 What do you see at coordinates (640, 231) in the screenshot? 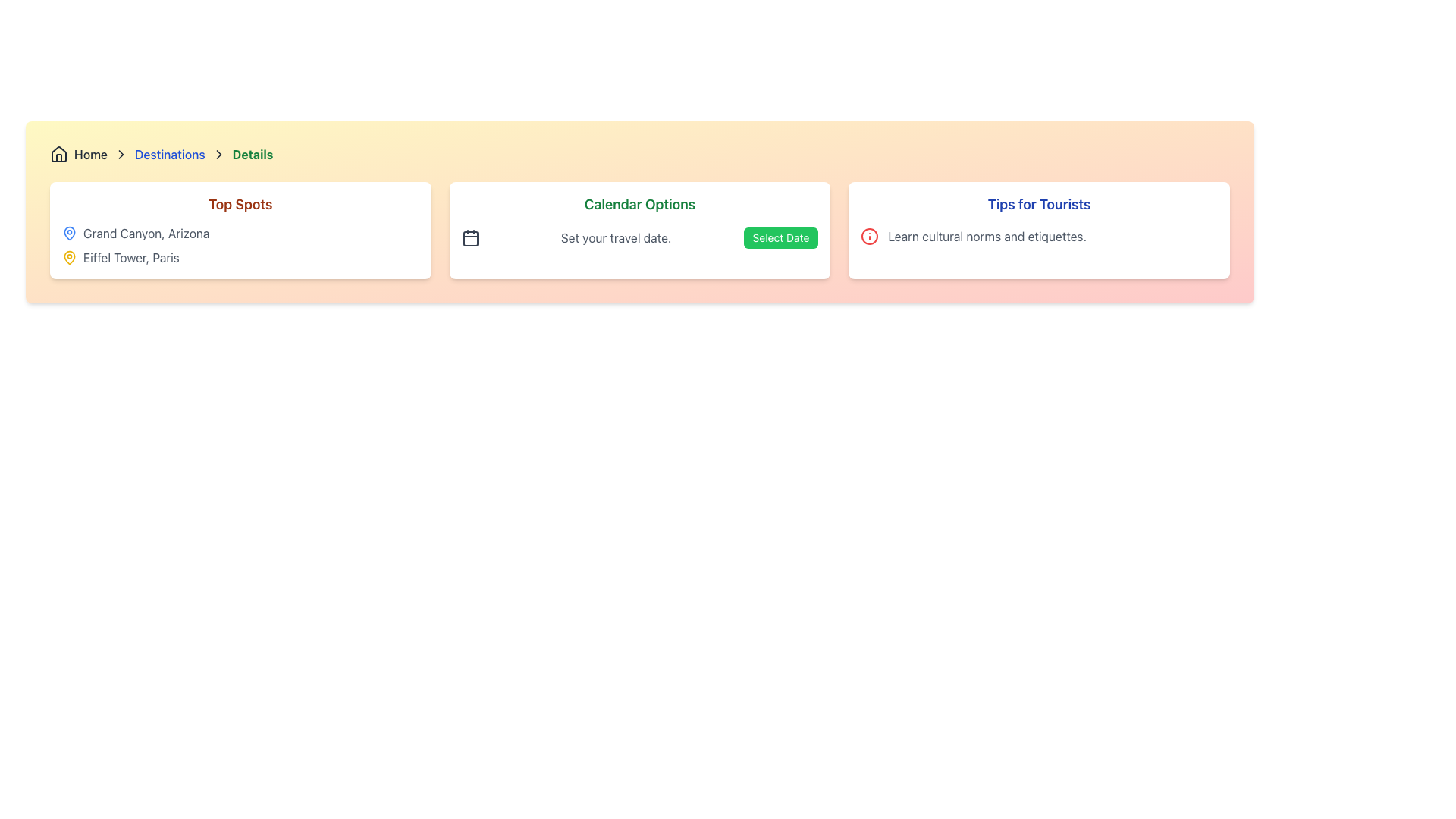
I see `the 'Calendar Options' card which is the second card in a horizontal row, featuring a green header and a 'Select Date' button, to trigger additional effects` at bounding box center [640, 231].